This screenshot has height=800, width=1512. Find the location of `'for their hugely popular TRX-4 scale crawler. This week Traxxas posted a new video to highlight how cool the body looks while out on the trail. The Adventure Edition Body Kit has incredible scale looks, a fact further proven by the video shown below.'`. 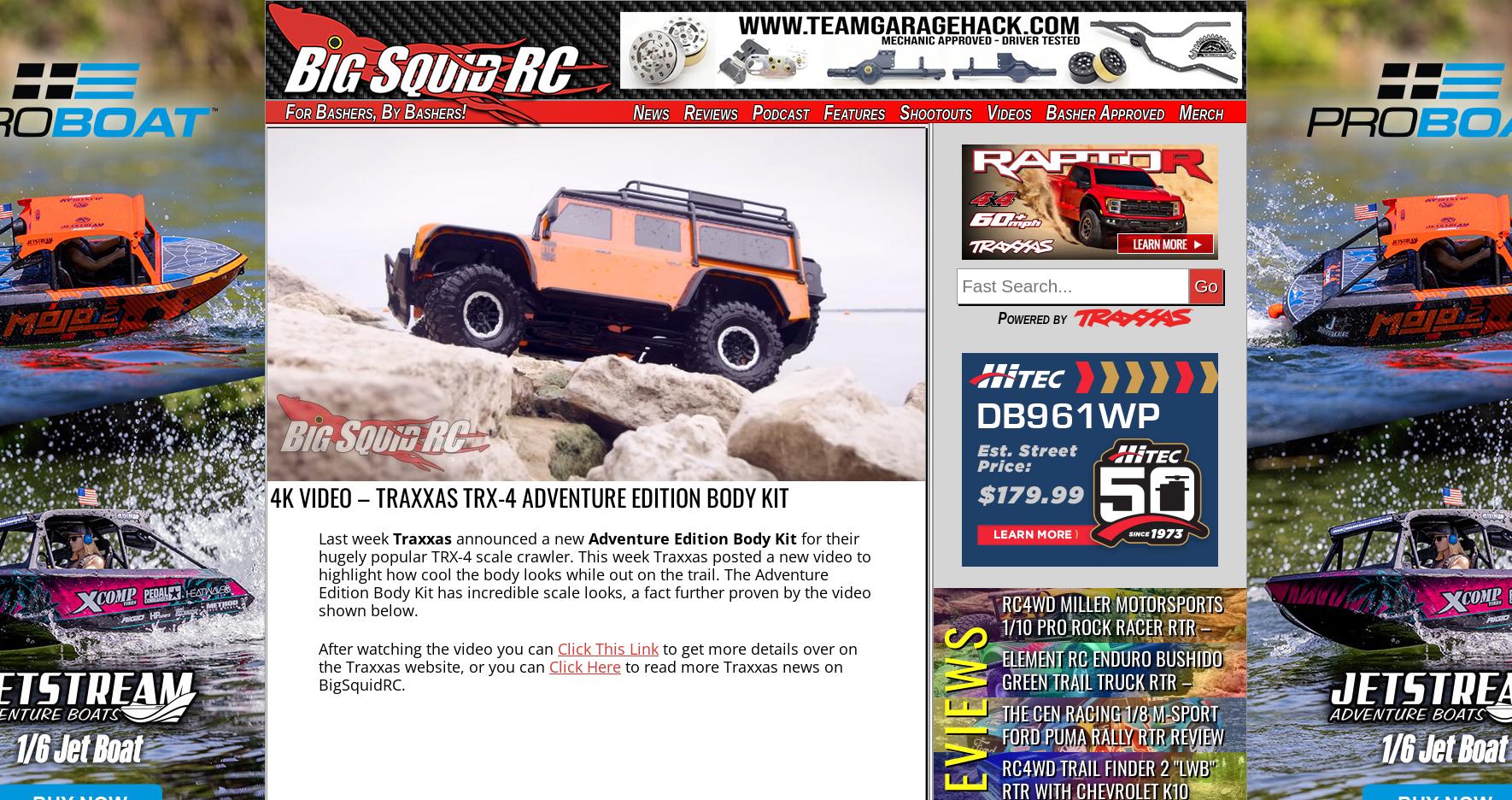

'for their hugely popular TRX-4 scale crawler. This week Traxxas posted a new video to highlight how cool the body looks while out on the trail. The Adventure Edition Body Kit has incredible scale looks, a fact further proven by the video shown below.' is located at coordinates (594, 574).